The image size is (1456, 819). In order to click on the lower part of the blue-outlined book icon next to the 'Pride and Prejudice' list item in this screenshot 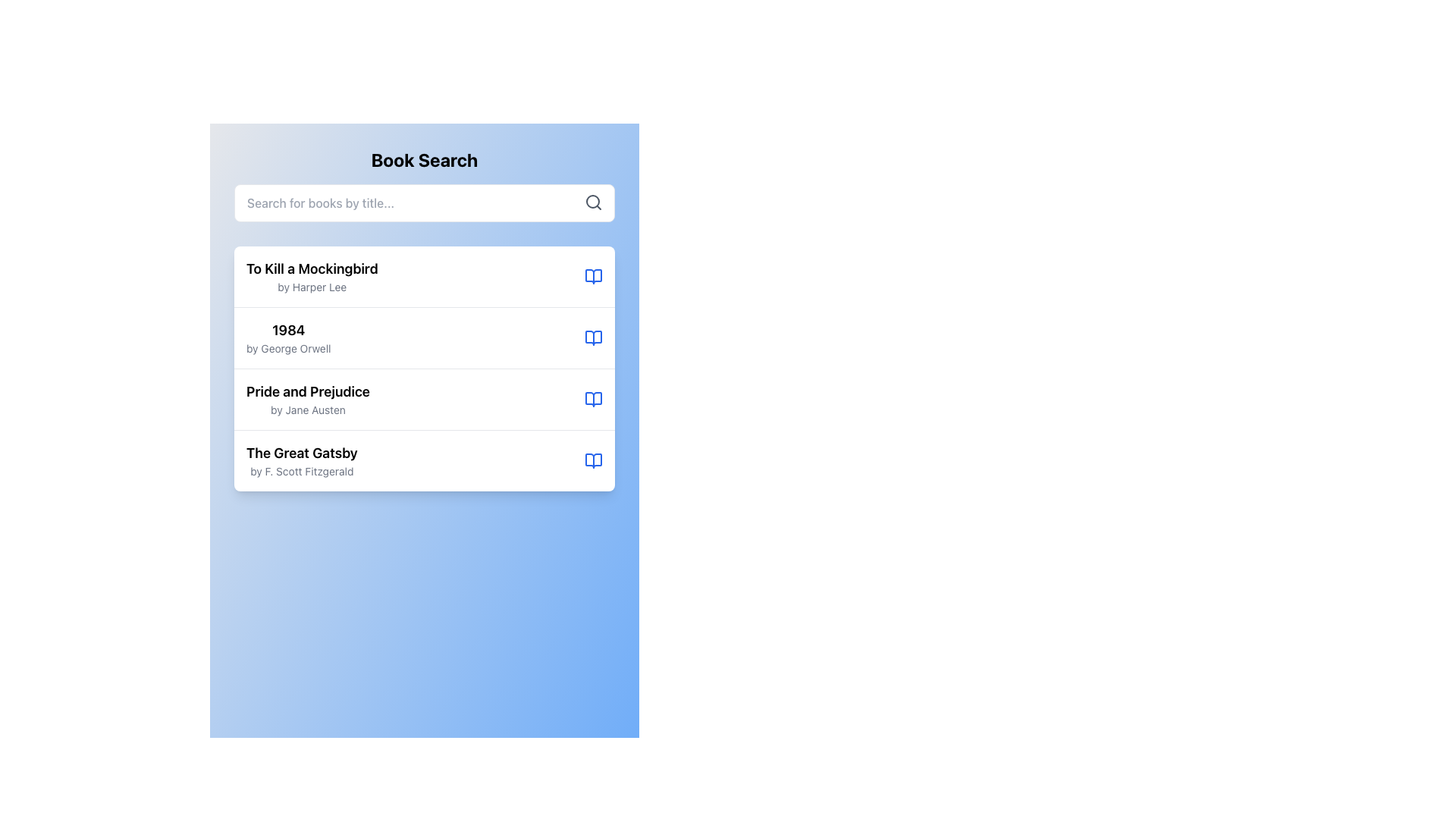, I will do `click(592, 399)`.